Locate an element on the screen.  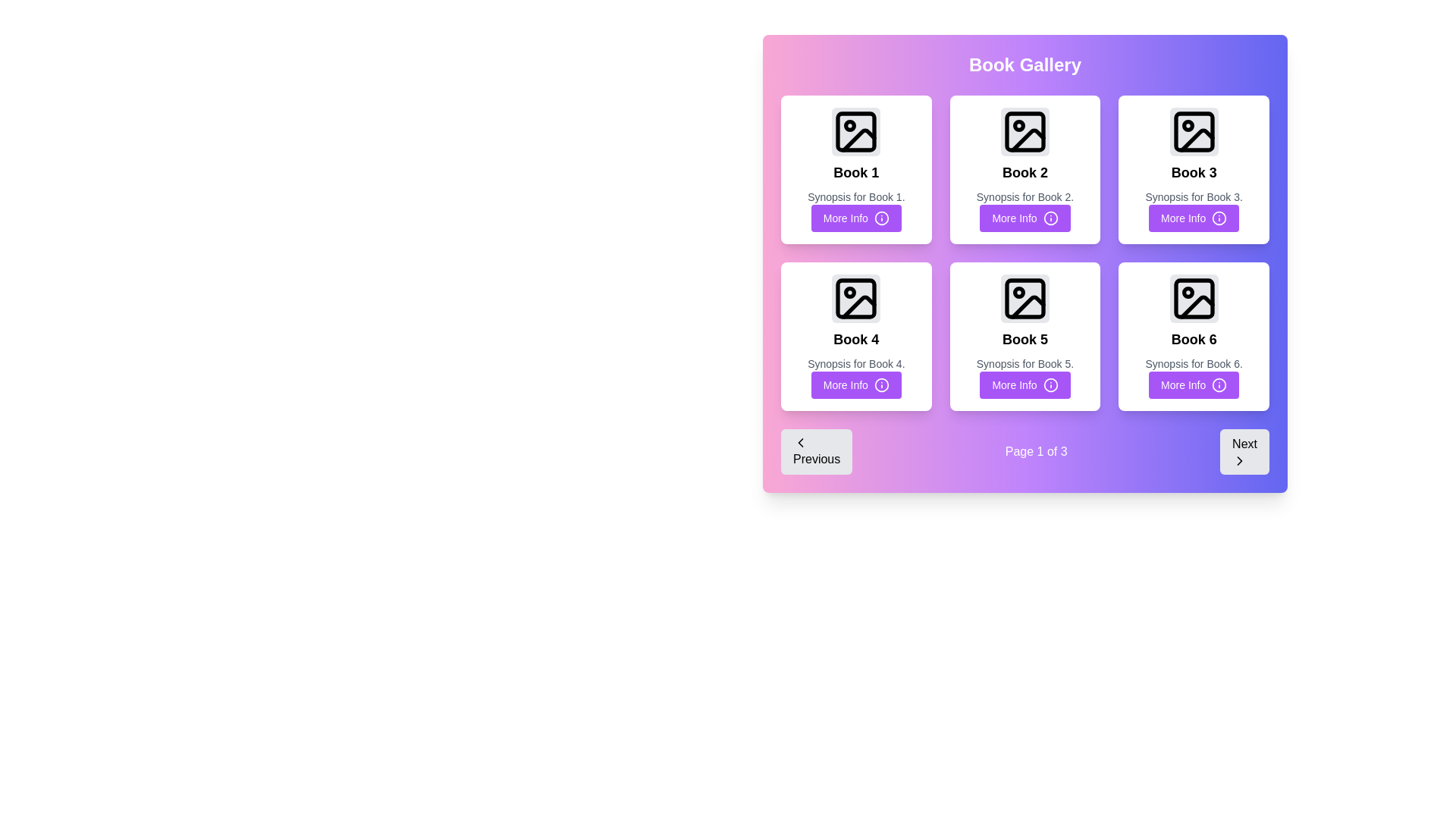
the Text Label that provides a synopsis for 'Book 5', located in the center column of the second row, beneath the 'Book 5' title and above the 'More Info' button is located at coordinates (1025, 363).